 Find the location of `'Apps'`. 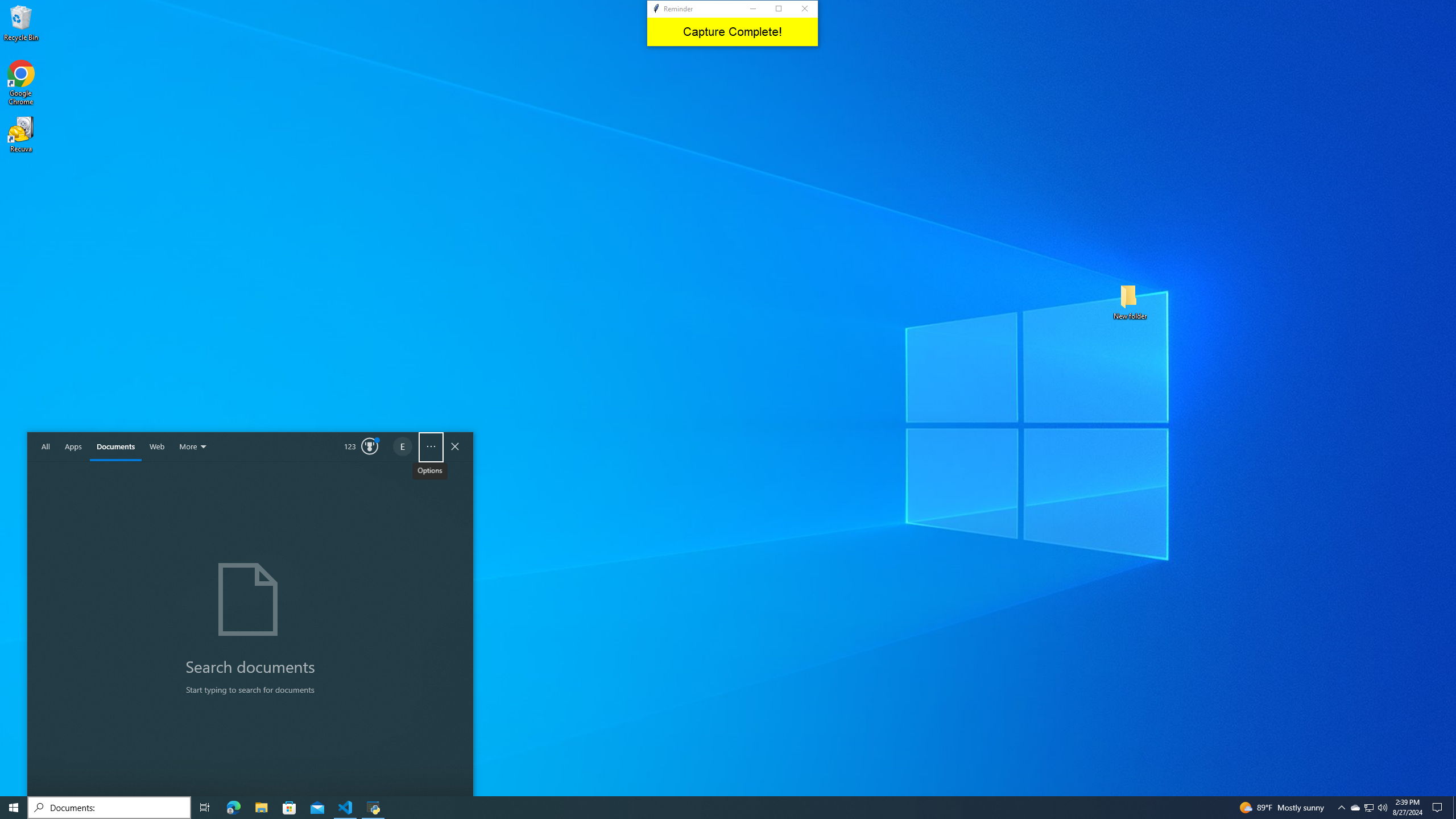

'Apps' is located at coordinates (73, 446).